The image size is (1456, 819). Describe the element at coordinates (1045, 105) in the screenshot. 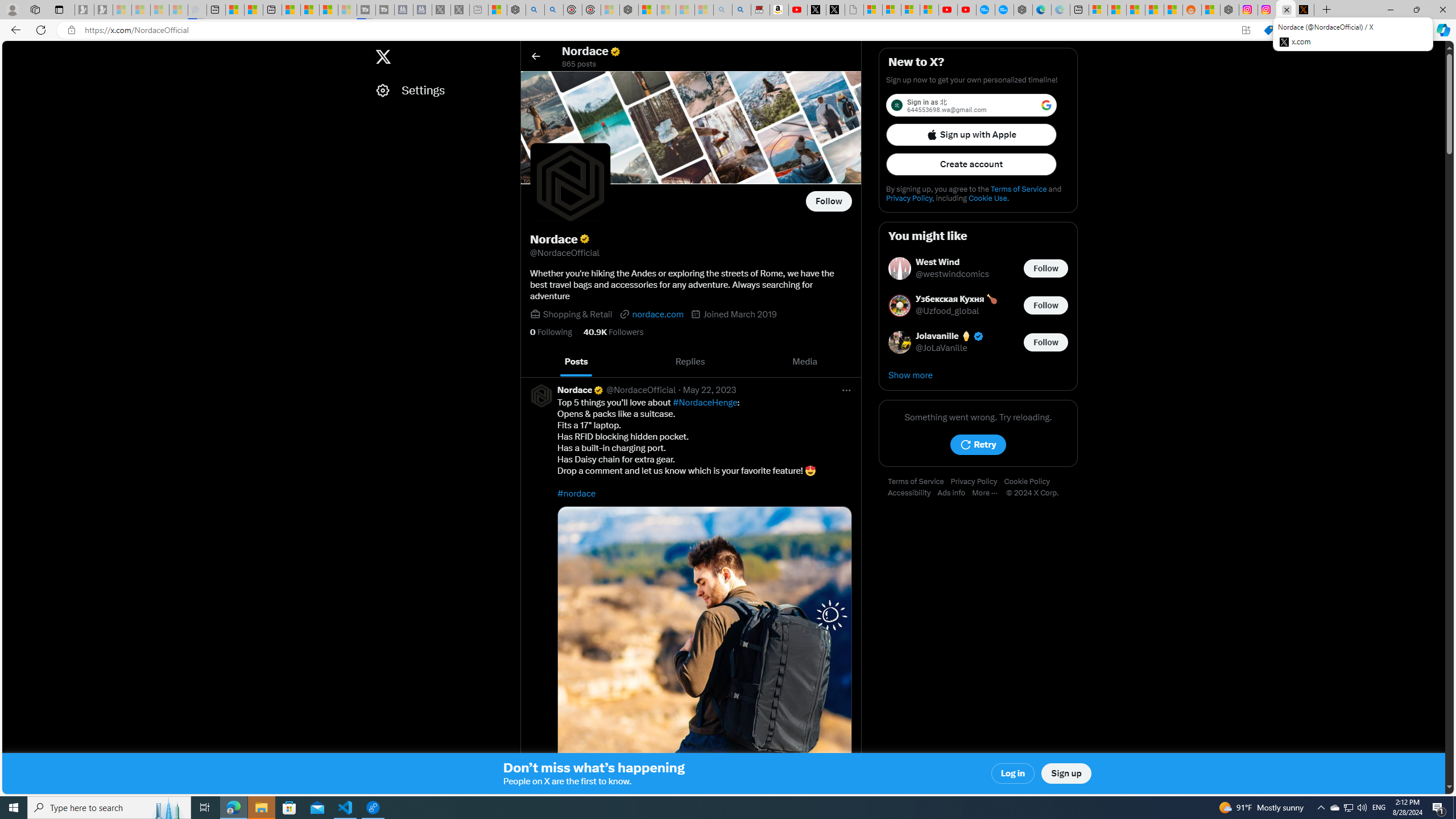

I see `'Class: LgbsSe-Bz112c'` at that location.